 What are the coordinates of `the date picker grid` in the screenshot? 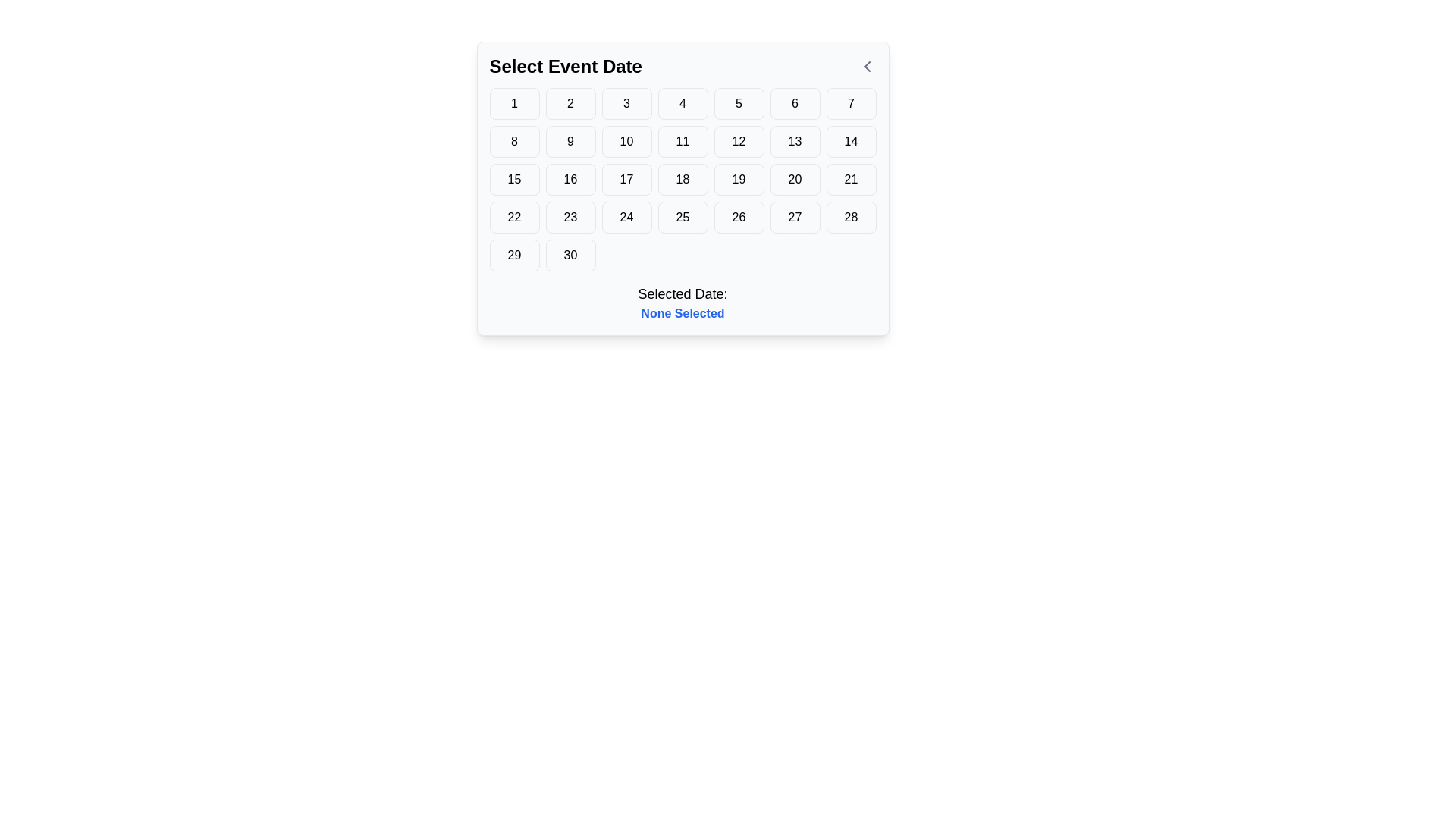 It's located at (682, 178).